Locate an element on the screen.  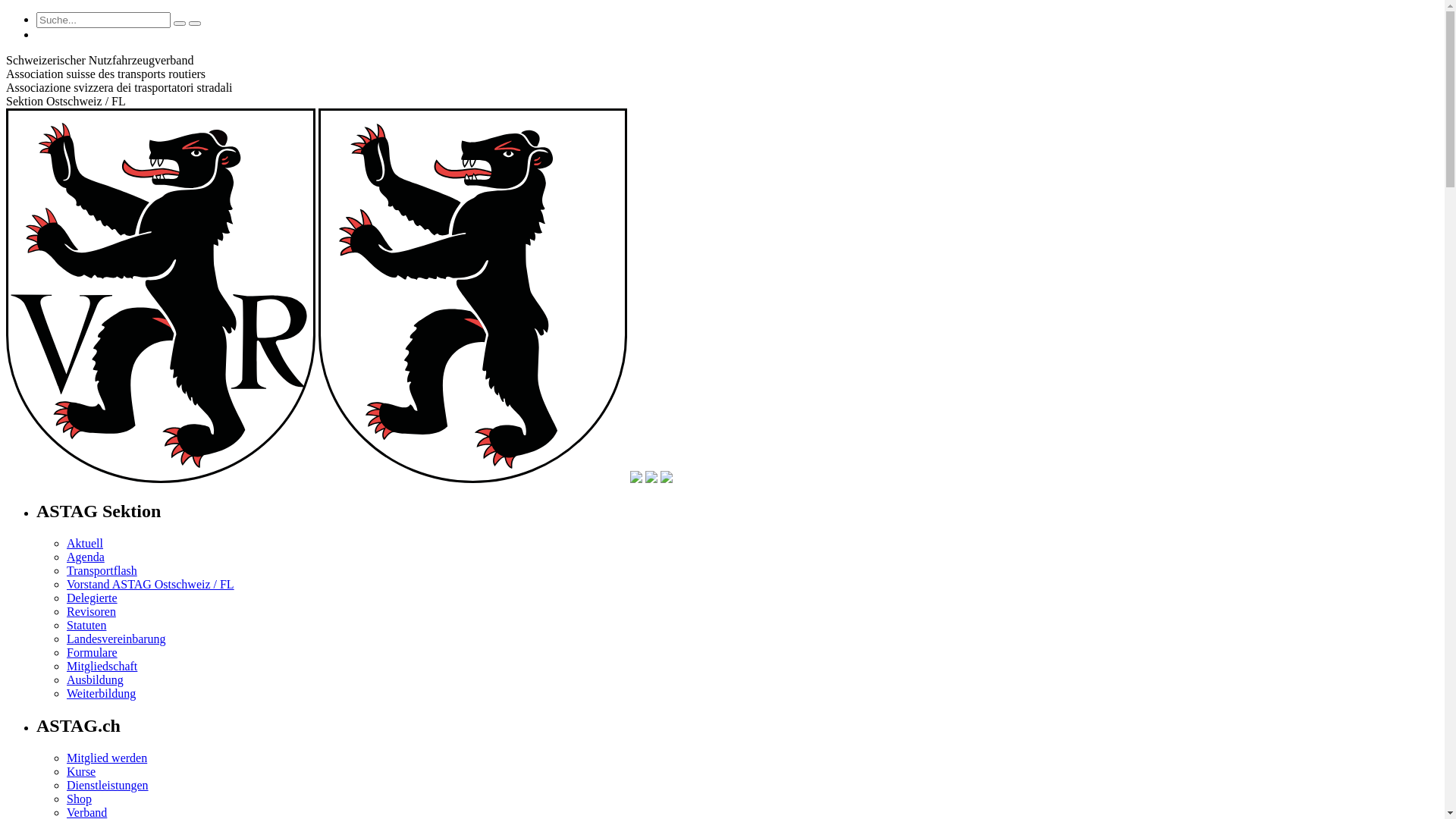
'Weiterbildung' is located at coordinates (100, 693).